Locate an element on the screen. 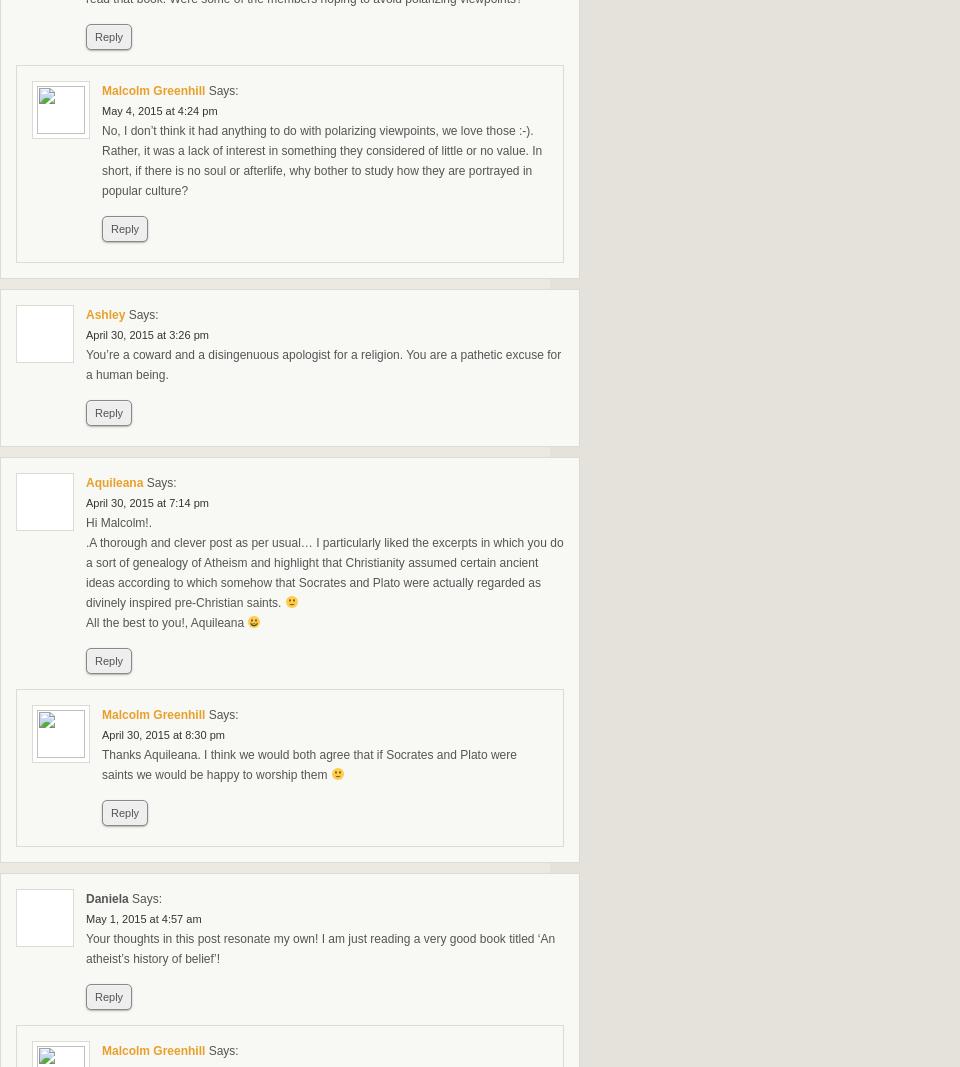 The width and height of the screenshot is (960, 1067). 'No, I don’t think it had anything to do with polarizing viewpoints, we love those :-). Rather, it was a lack of interest in something they considered of little or no value. In short, if there is no soul or afterlife, why bother to study how they are portrayed in popular culture?' is located at coordinates (101, 160).